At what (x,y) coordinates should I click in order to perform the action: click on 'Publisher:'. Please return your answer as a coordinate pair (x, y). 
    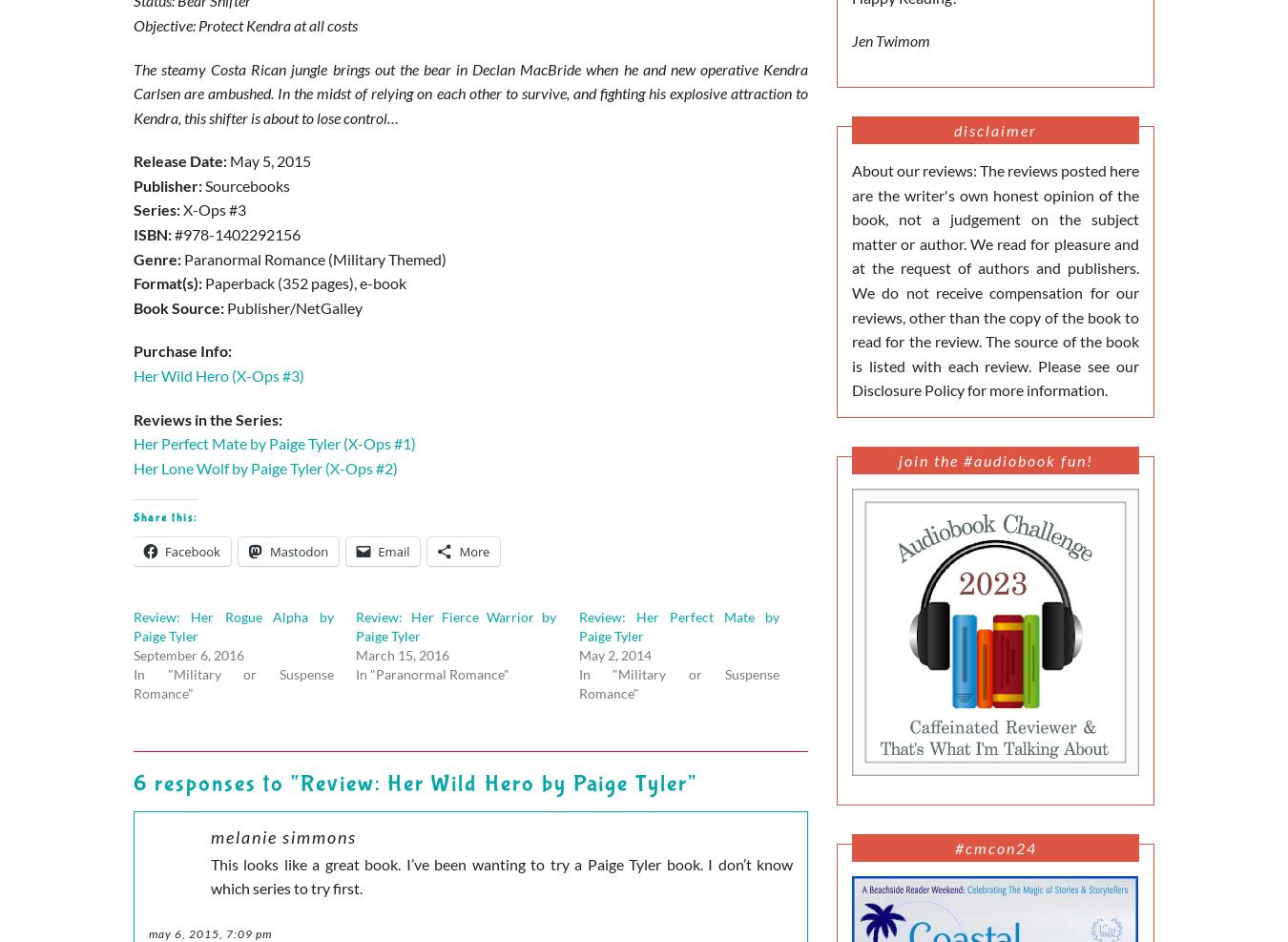
    Looking at the image, I should click on (169, 183).